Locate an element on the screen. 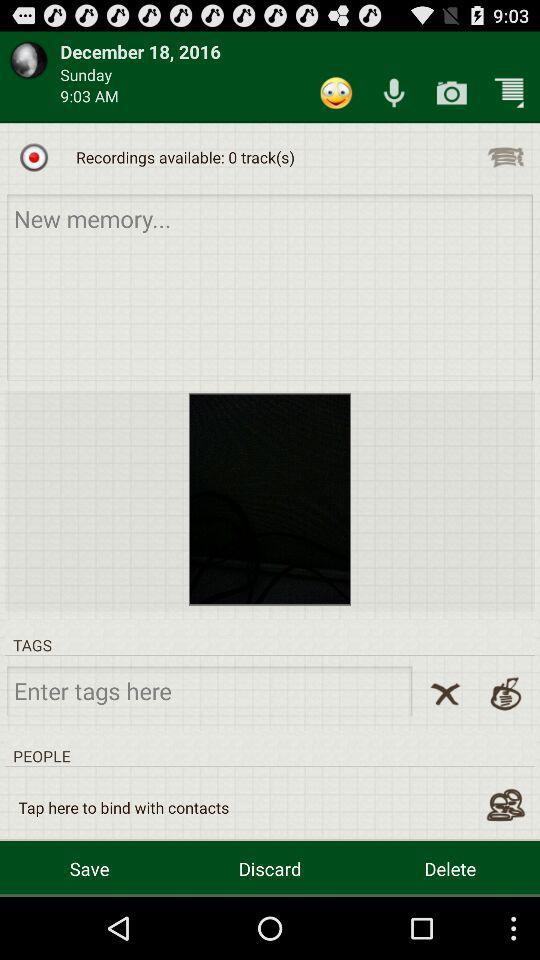  the icon above people is located at coordinates (445, 694).